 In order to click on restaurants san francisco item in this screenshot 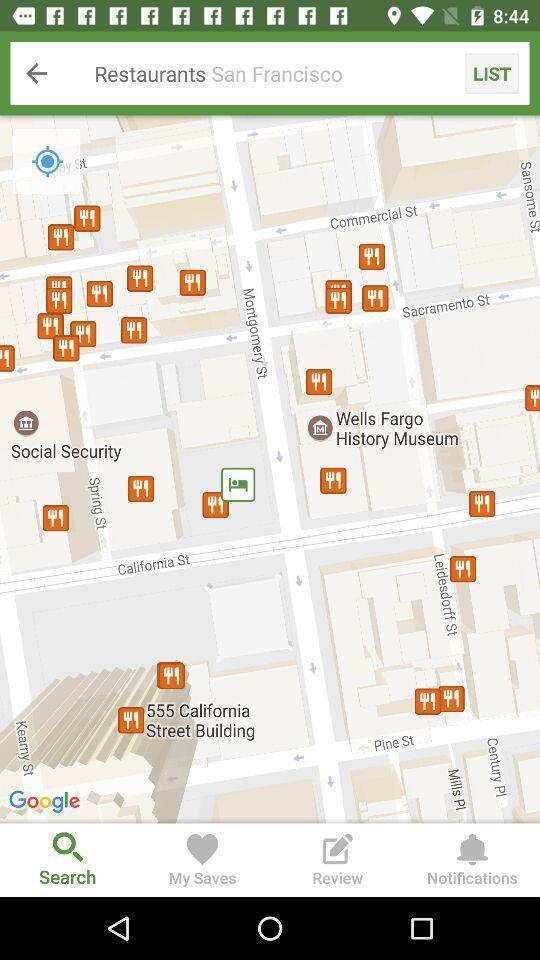, I will do `click(270, 73)`.